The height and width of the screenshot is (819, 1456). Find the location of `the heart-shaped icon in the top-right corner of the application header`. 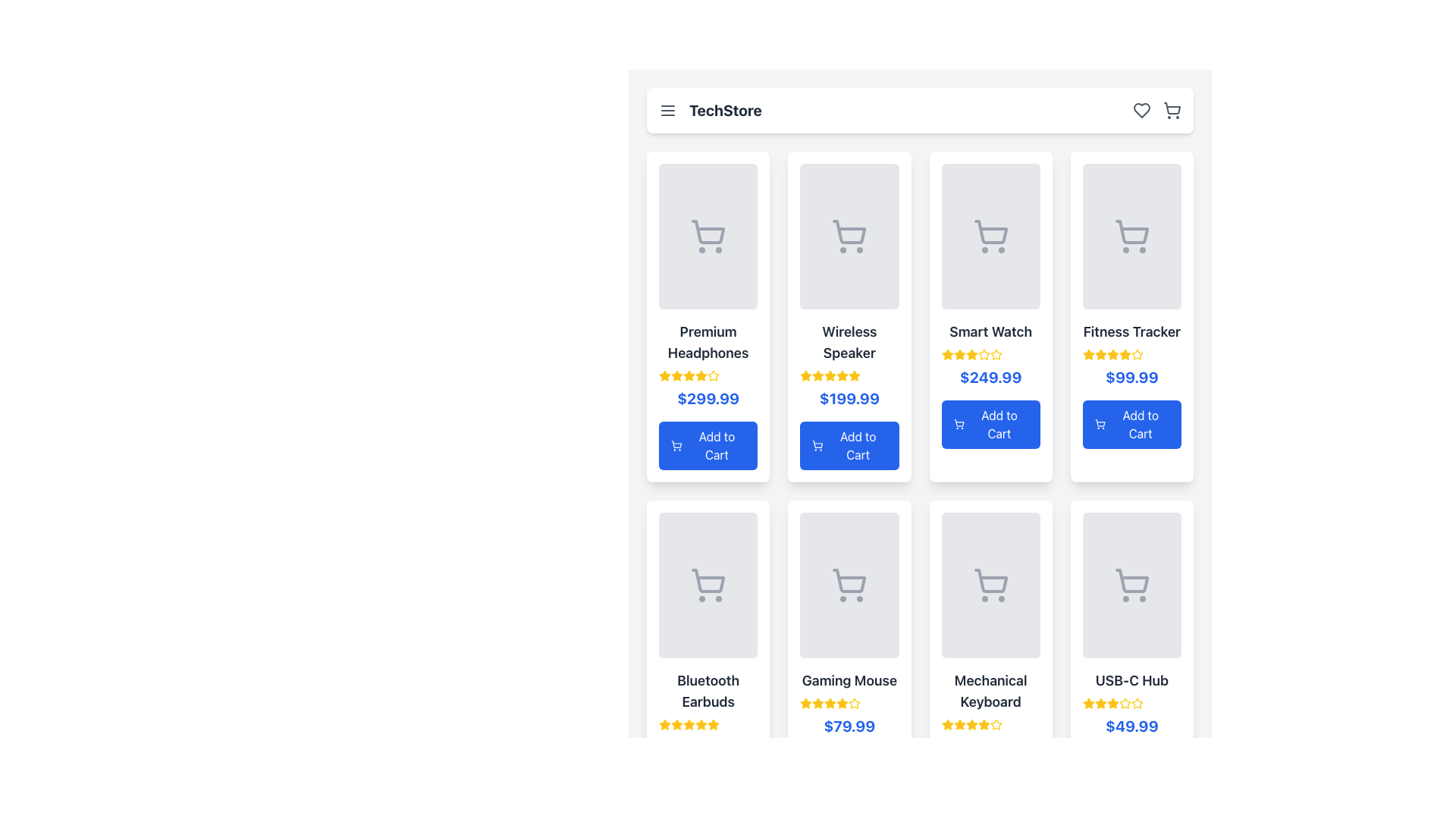

the heart-shaped icon in the top-right corner of the application header is located at coordinates (1142, 110).